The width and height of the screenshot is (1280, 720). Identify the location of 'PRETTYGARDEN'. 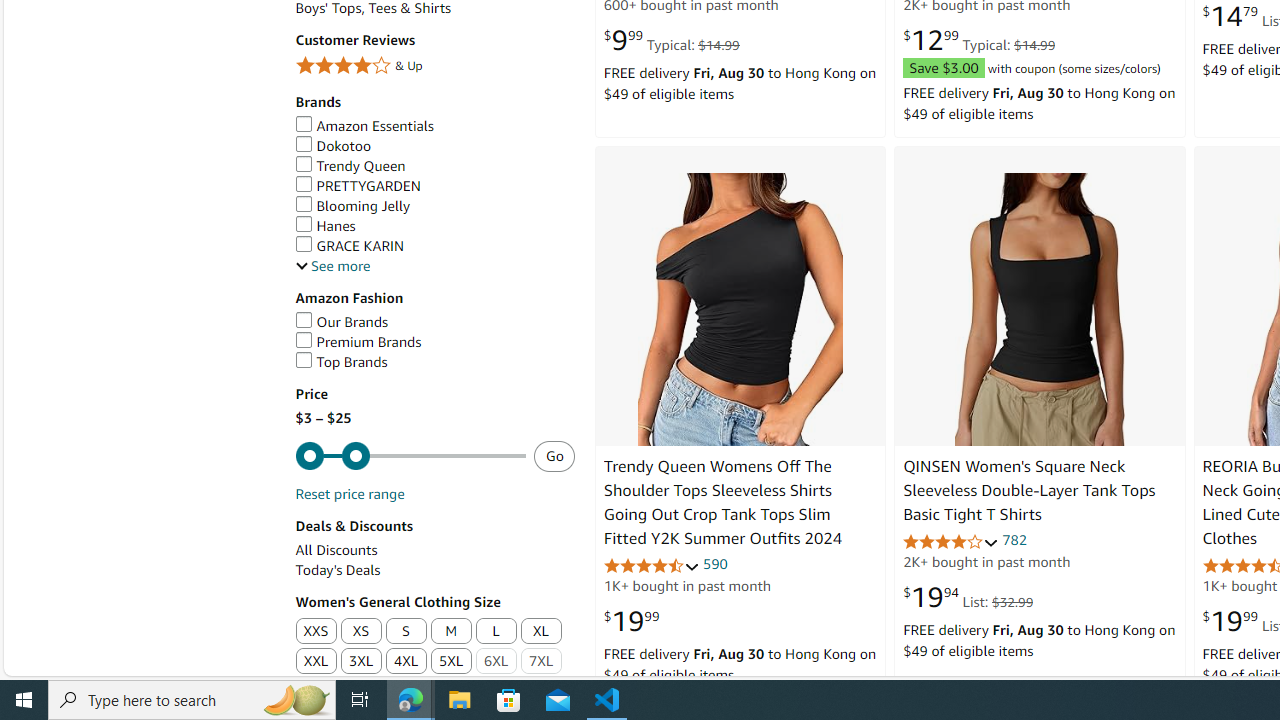
(357, 185).